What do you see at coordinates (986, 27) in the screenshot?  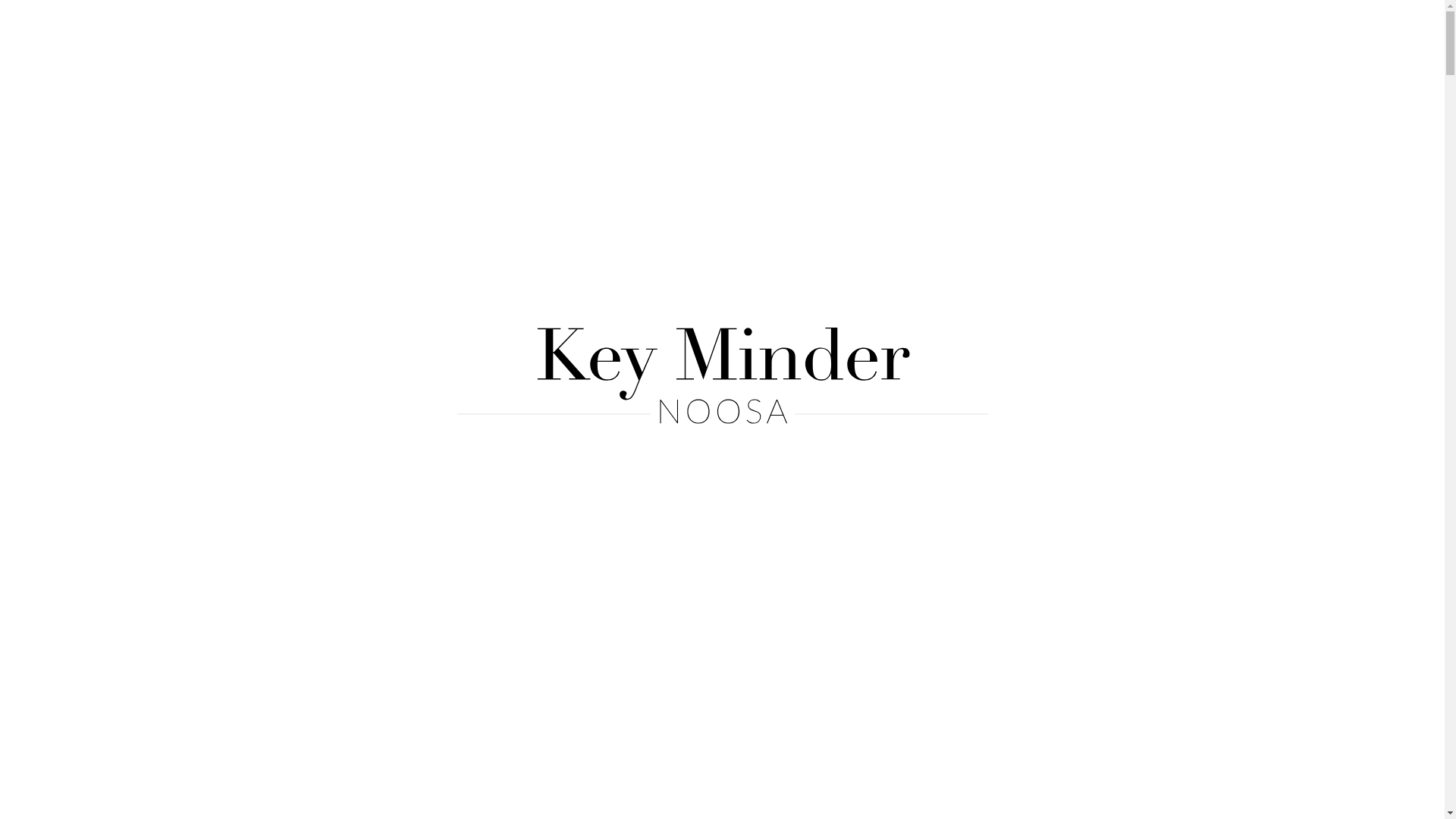 I see `'ENQUIRE'` at bounding box center [986, 27].